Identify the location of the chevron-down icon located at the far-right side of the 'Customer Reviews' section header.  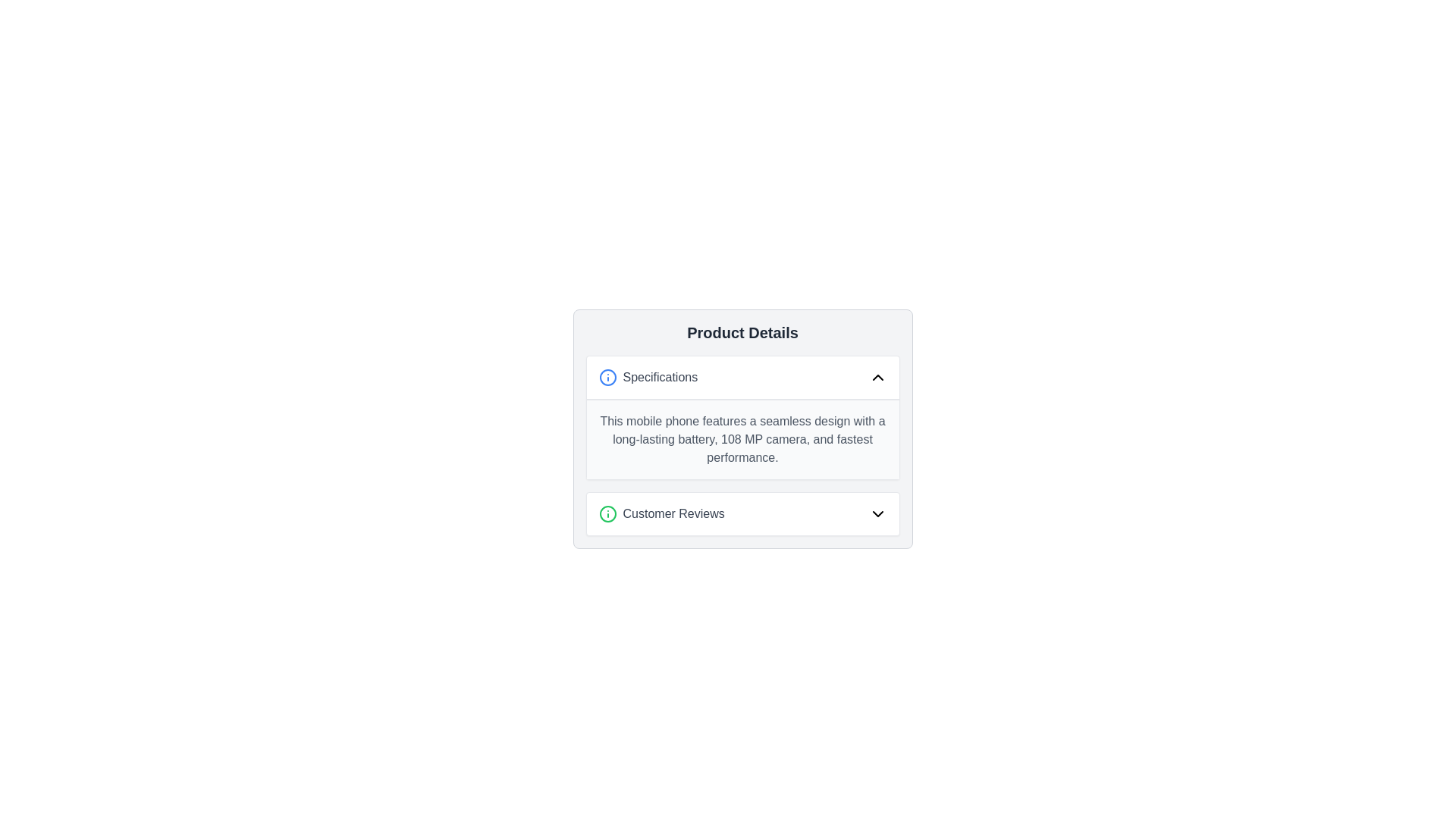
(877, 513).